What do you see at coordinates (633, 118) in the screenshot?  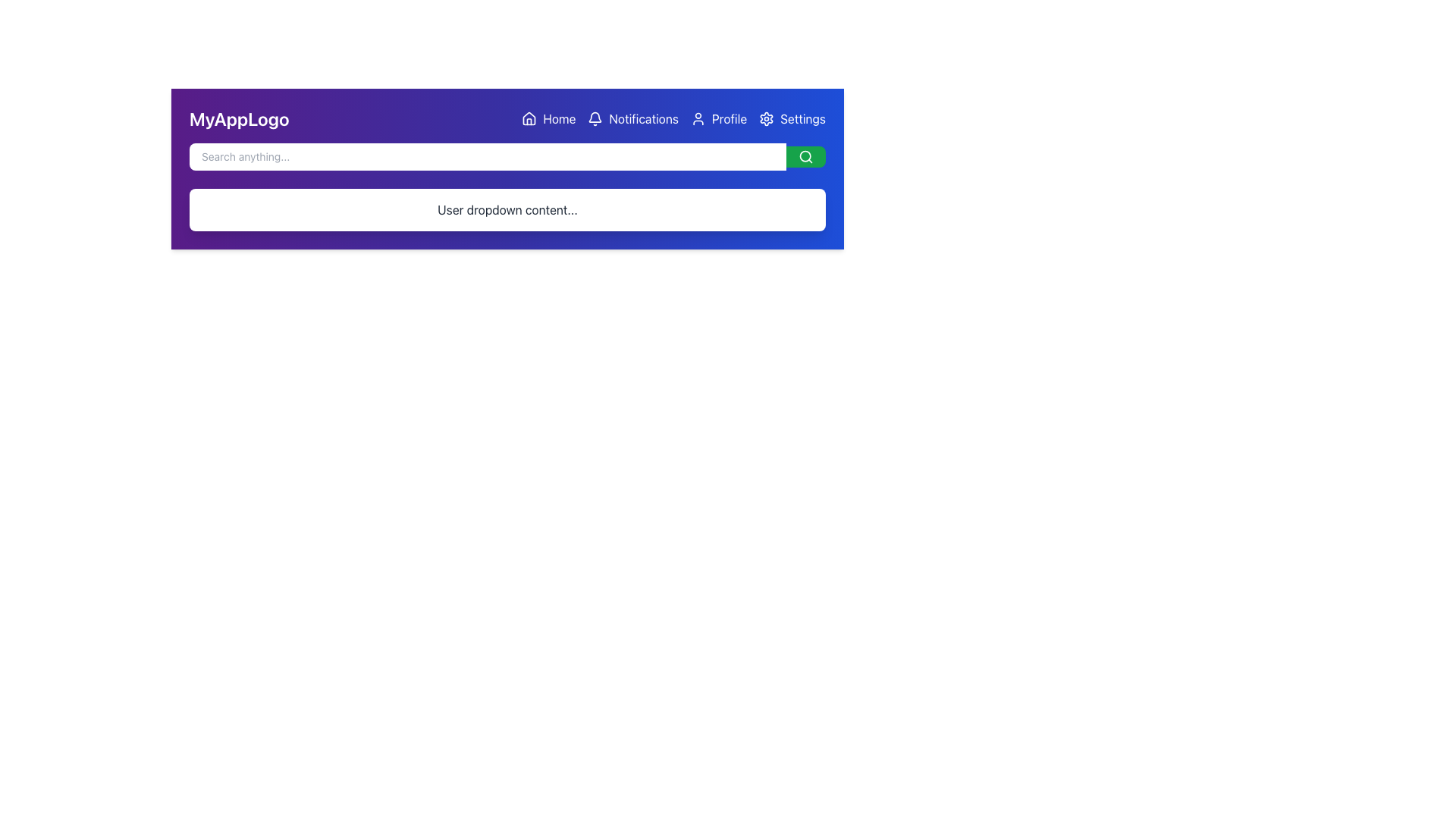 I see `the notifications button located in the horizontal navigation bar between 'Home' and 'Profile'` at bounding box center [633, 118].